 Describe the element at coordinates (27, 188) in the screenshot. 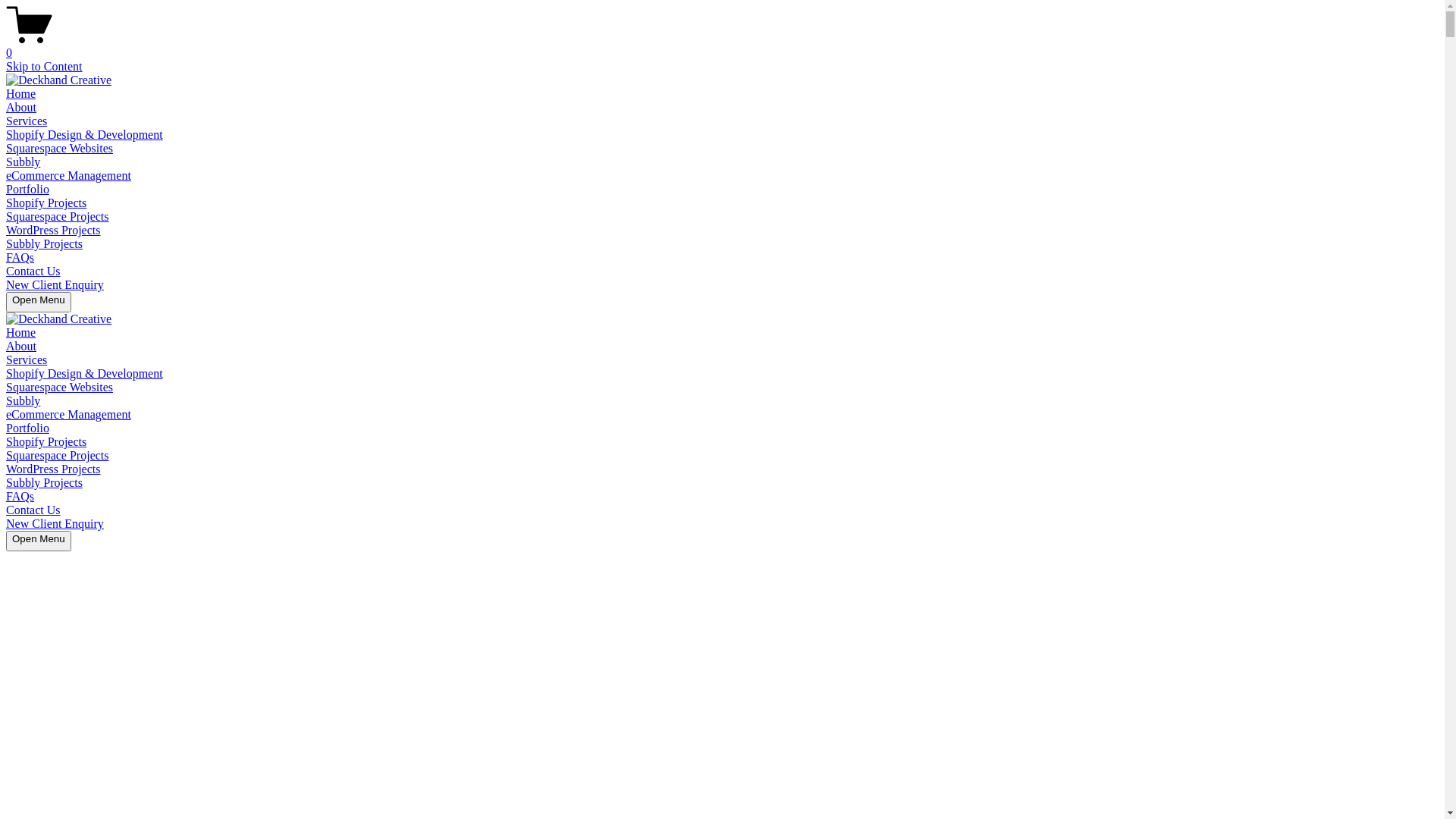

I see `'Portfolio'` at that location.